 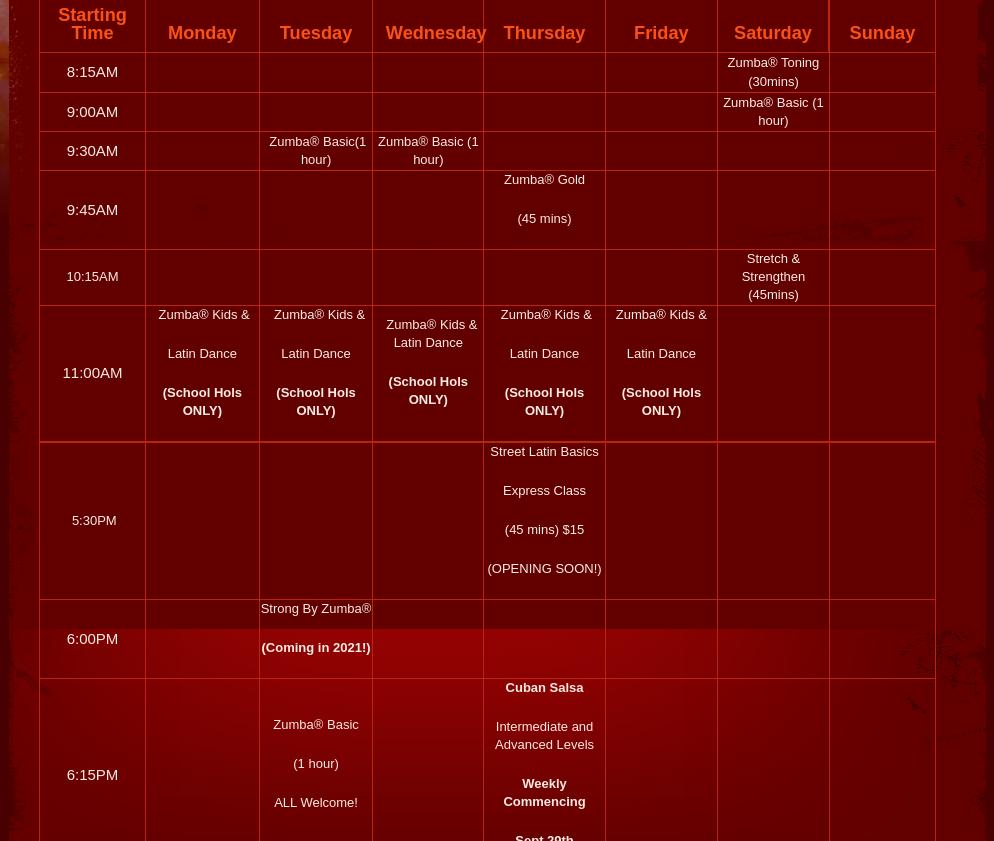 I want to click on 'Zumba® Gold', so click(x=543, y=178).